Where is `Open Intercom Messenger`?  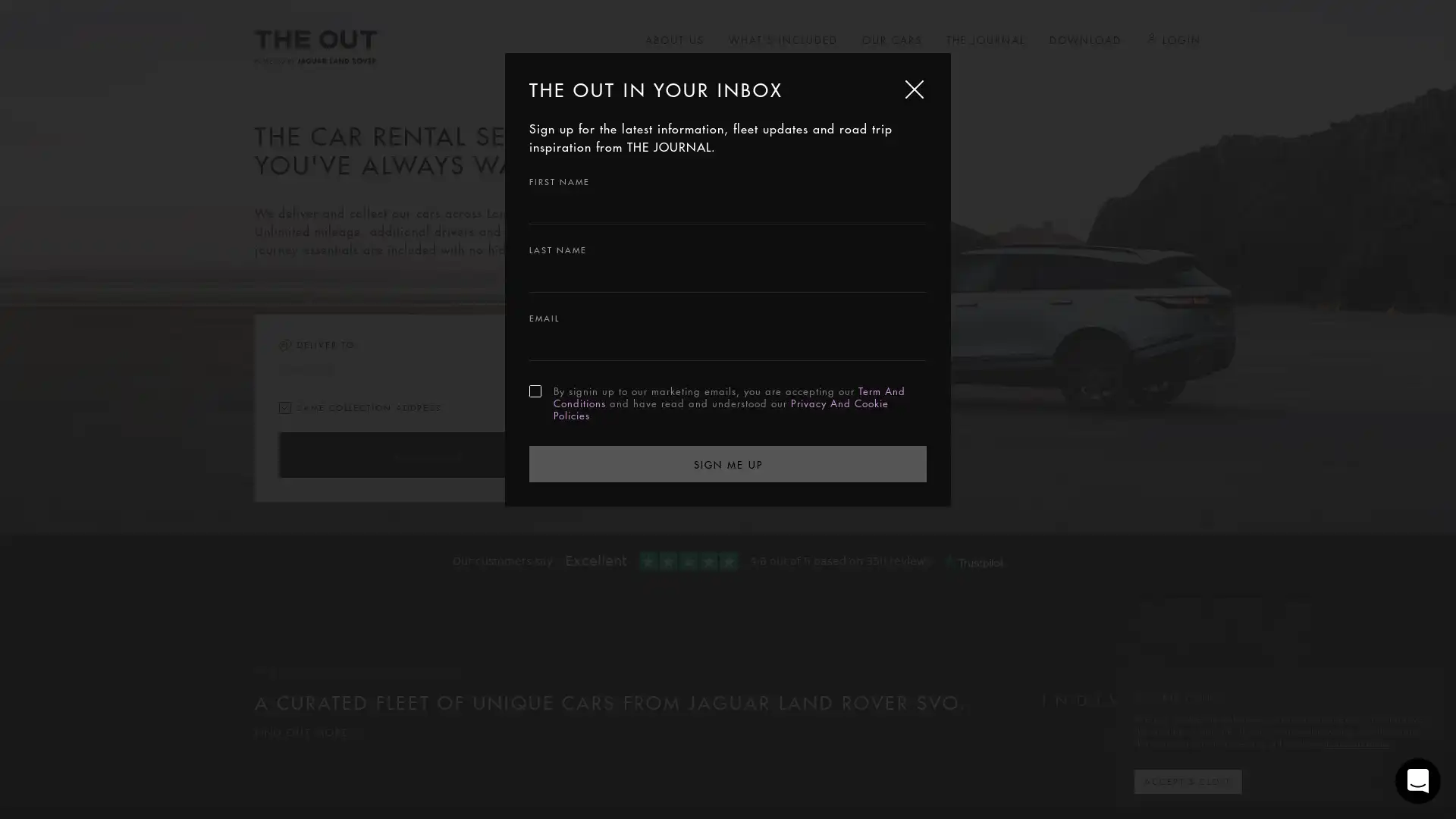
Open Intercom Messenger is located at coordinates (1417, 780).